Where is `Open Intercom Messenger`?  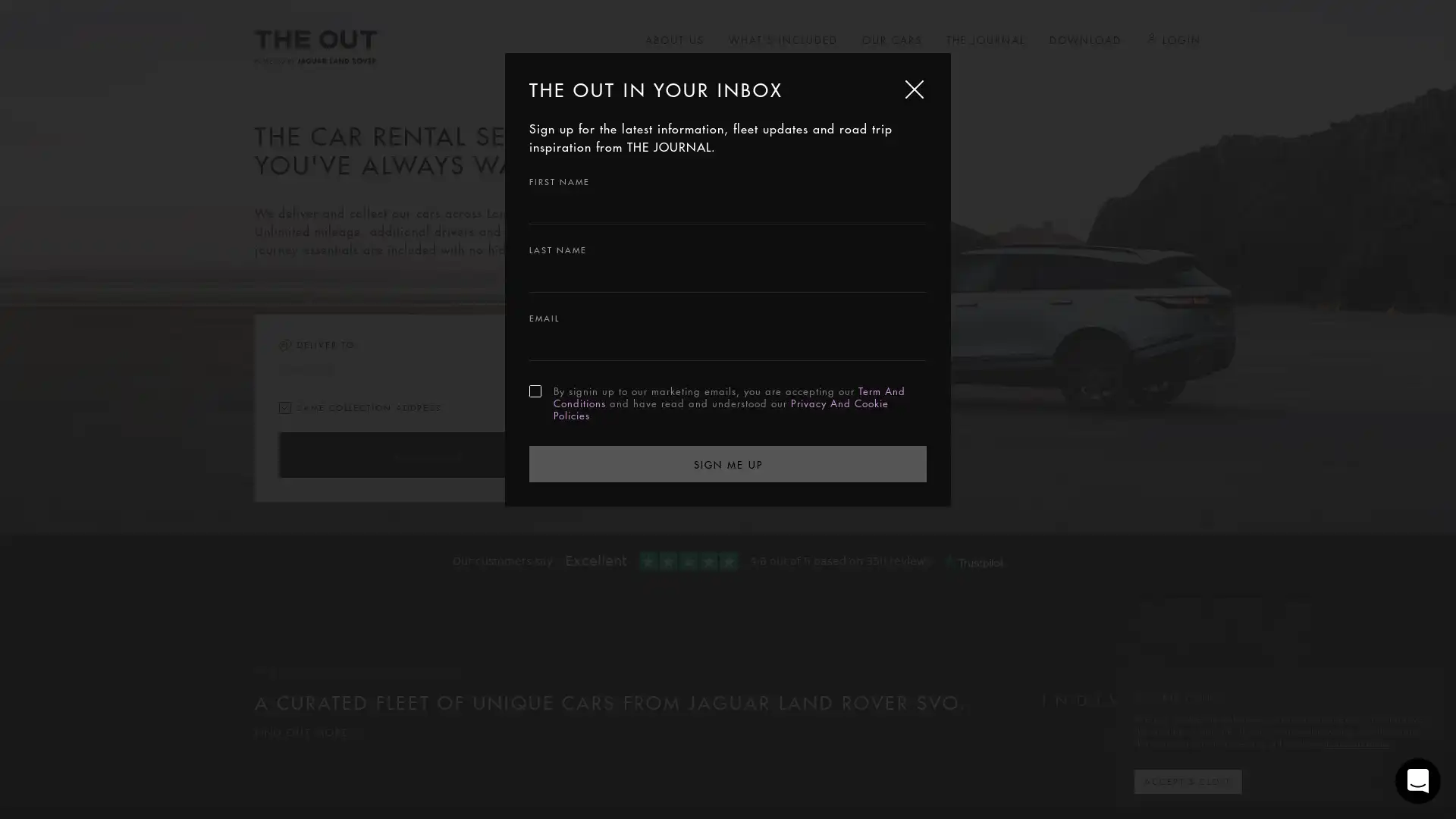
Open Intercom Messenger is located at coordinates (1417, 780).